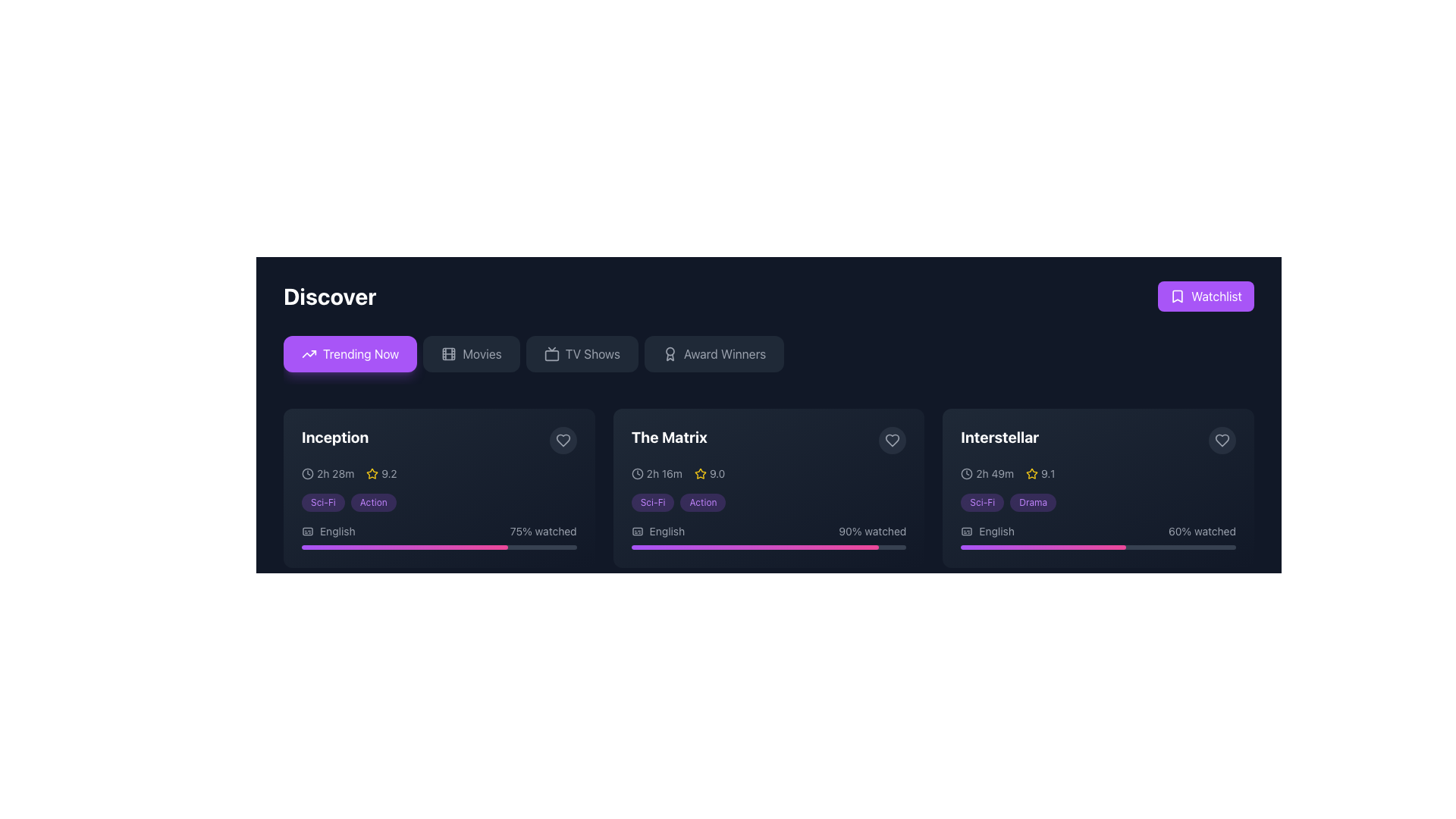  Describe the element at coordinates (996, 531) in the screenshot. I see `the text label displaying 'English' located above the progress bar of the movie 'Interstellar'` at that location.